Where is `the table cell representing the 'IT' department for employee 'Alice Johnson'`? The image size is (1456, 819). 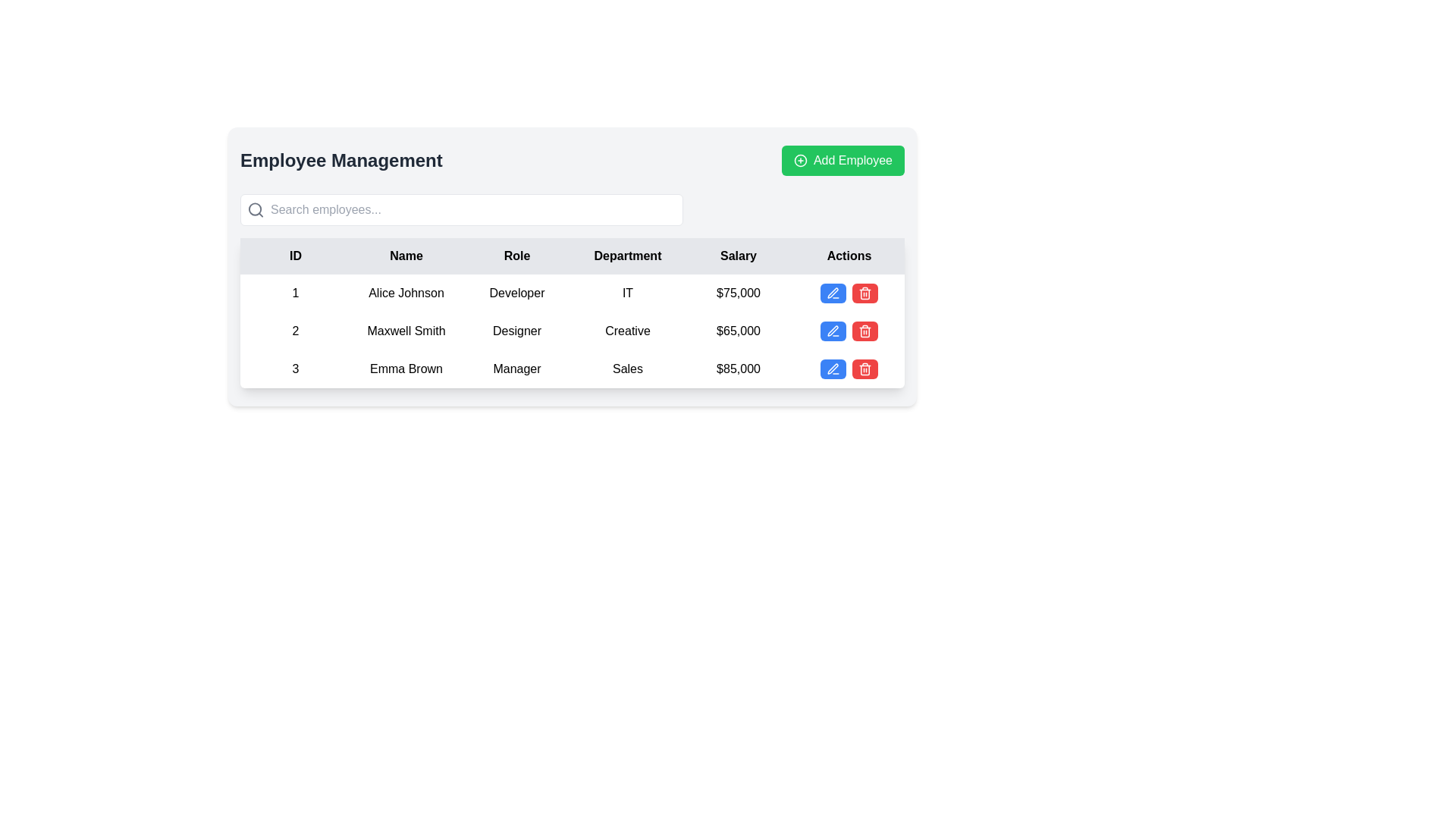
the table cell representing the 'IT' department for employee 'Alice Johnson' is located at coordinates (628, 293).